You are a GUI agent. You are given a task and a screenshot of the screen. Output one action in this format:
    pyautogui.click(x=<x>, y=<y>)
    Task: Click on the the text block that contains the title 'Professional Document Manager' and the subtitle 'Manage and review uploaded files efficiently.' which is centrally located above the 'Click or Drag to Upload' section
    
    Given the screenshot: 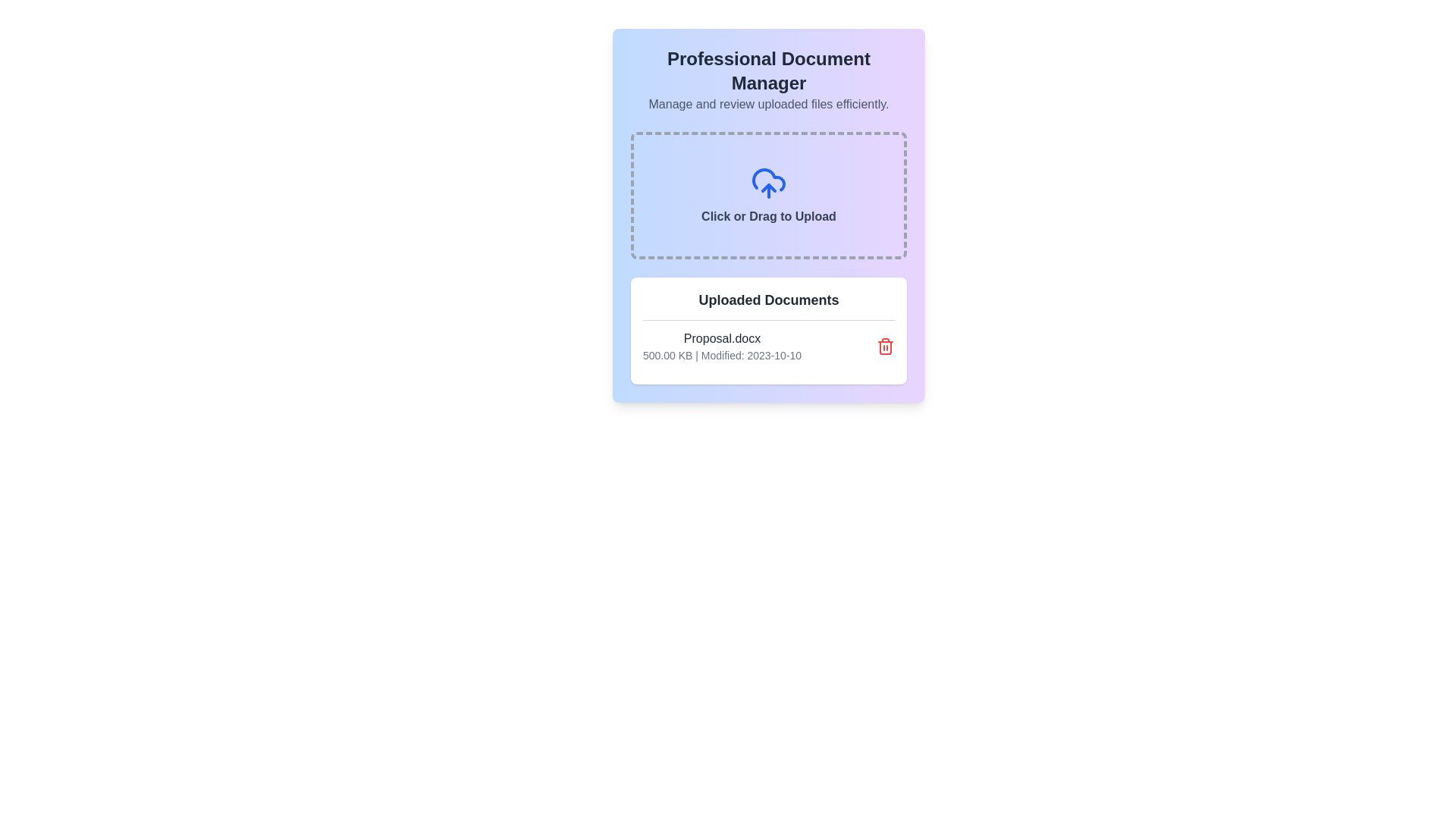 What is the action you would take?
    pyautogui.click(x=768, y=80)
    